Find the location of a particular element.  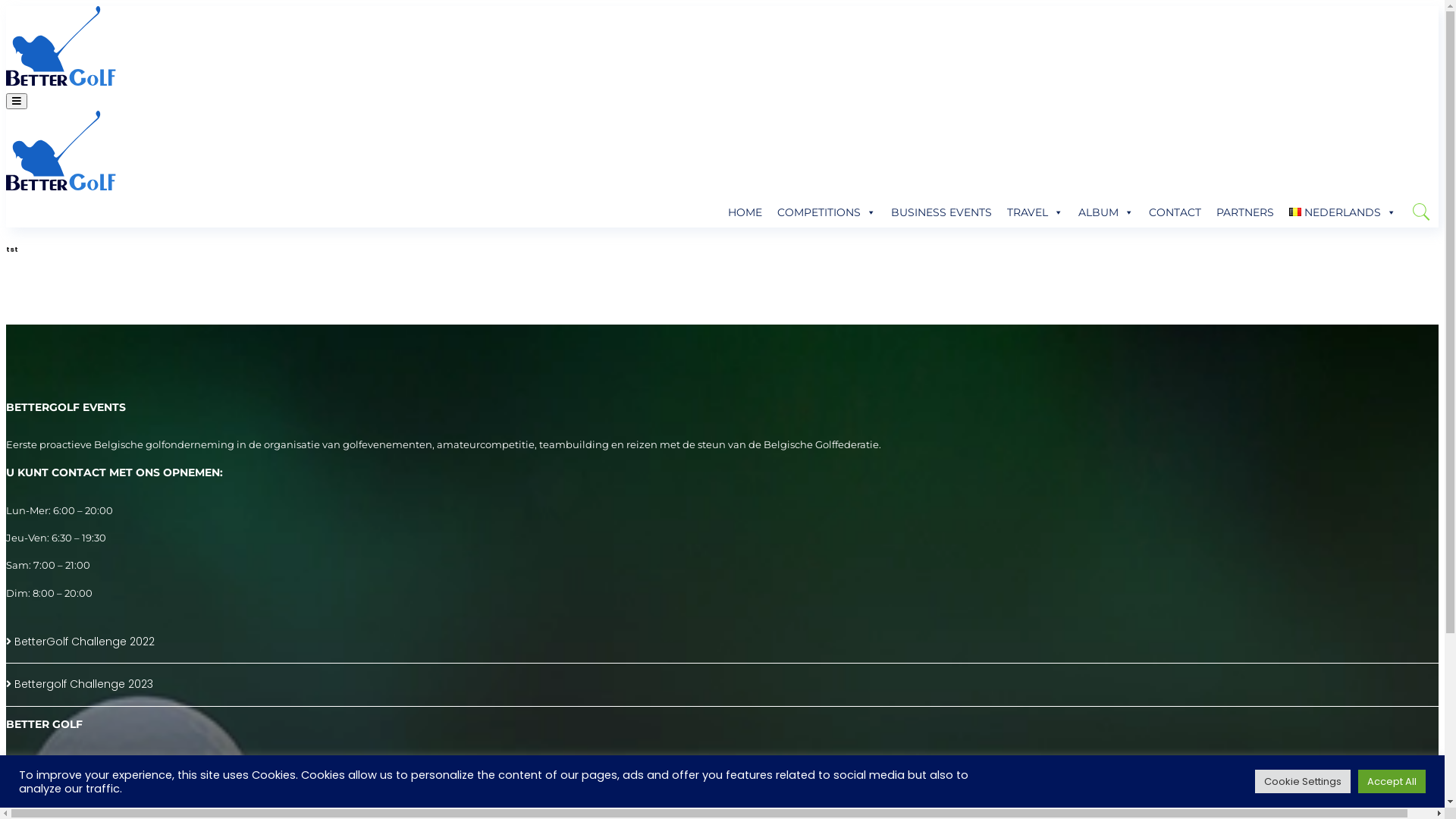

'TRAVEL' is located at coordinates (1034, 212).